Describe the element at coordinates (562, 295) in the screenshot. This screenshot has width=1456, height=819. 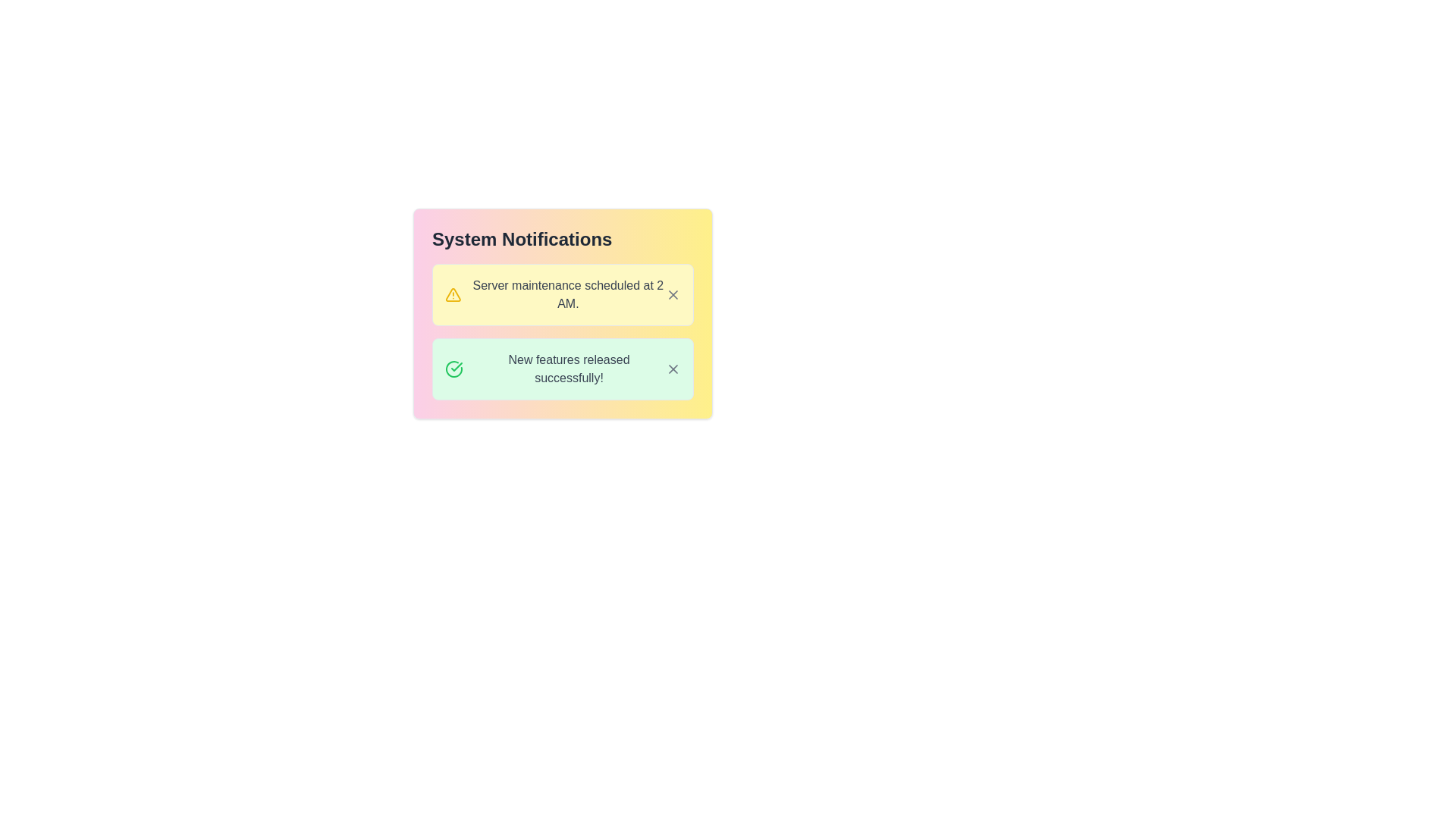
I see `the notification card with a yellow background that states 'Server maintenance scheduled at 2 AM.' by clicking on it` at that location.